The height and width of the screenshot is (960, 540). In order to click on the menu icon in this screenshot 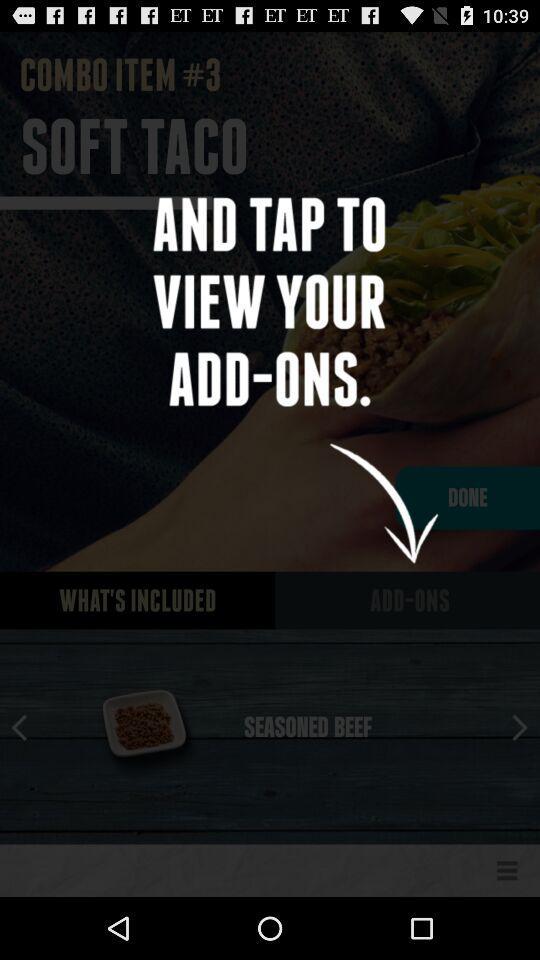, I will do `click(507, 931)`.